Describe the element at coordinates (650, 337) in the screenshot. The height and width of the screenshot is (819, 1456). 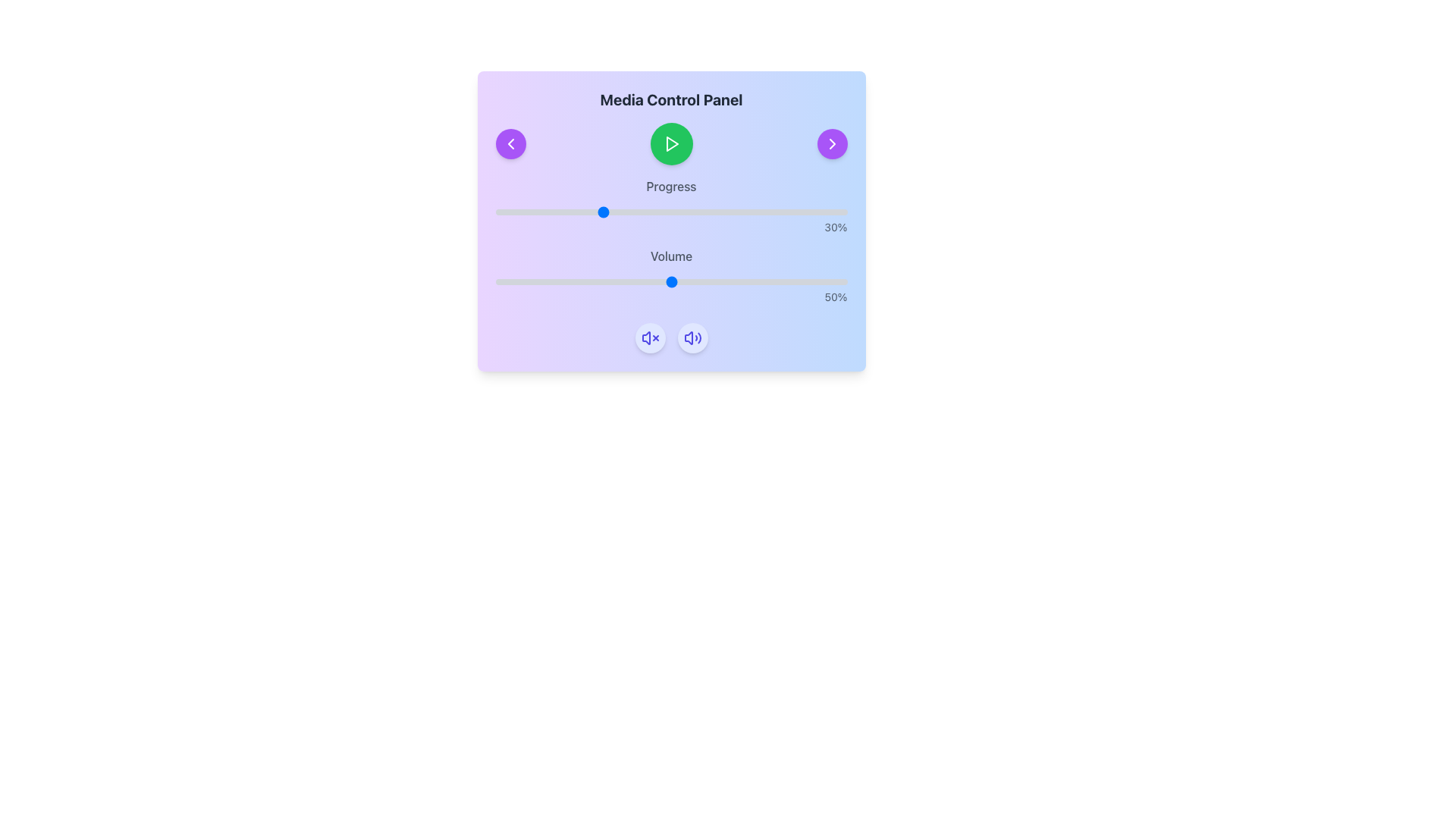
I see `the mute button located at the bottom section of the media control panel` at that location.